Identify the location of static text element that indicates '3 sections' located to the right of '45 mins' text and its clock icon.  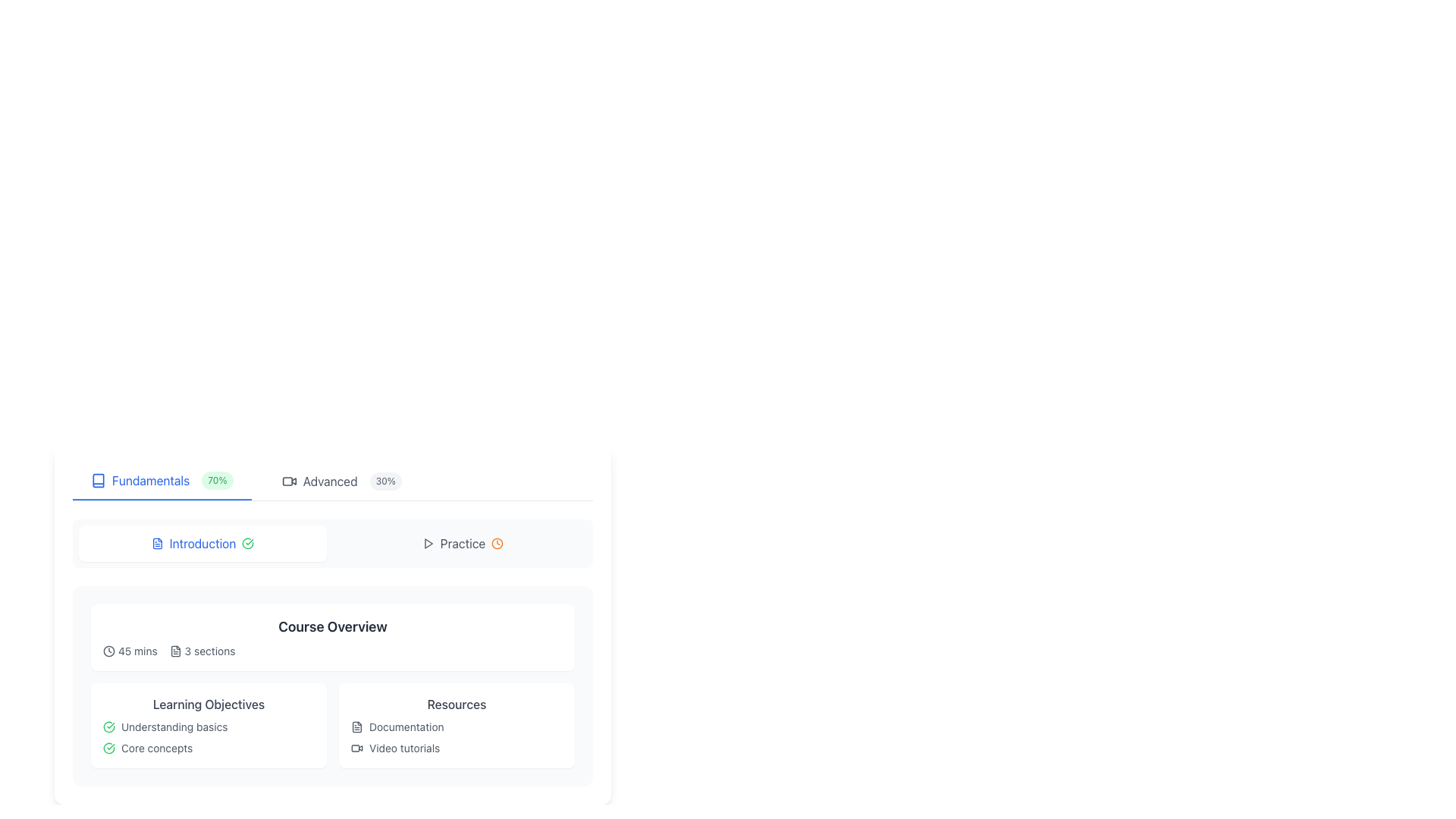
(202, 651).